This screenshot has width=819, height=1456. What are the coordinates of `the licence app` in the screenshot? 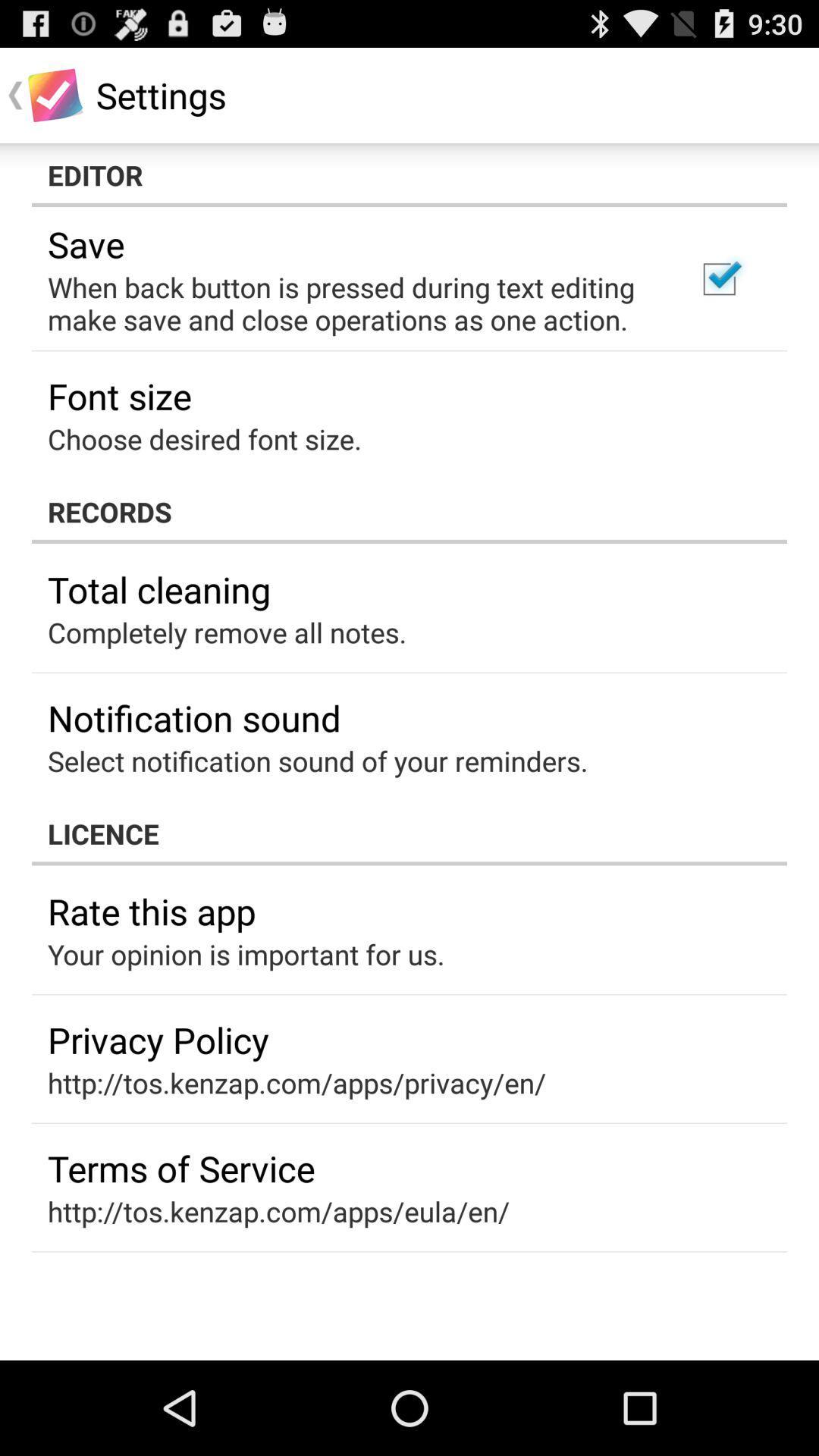 It's located at (409, 833).